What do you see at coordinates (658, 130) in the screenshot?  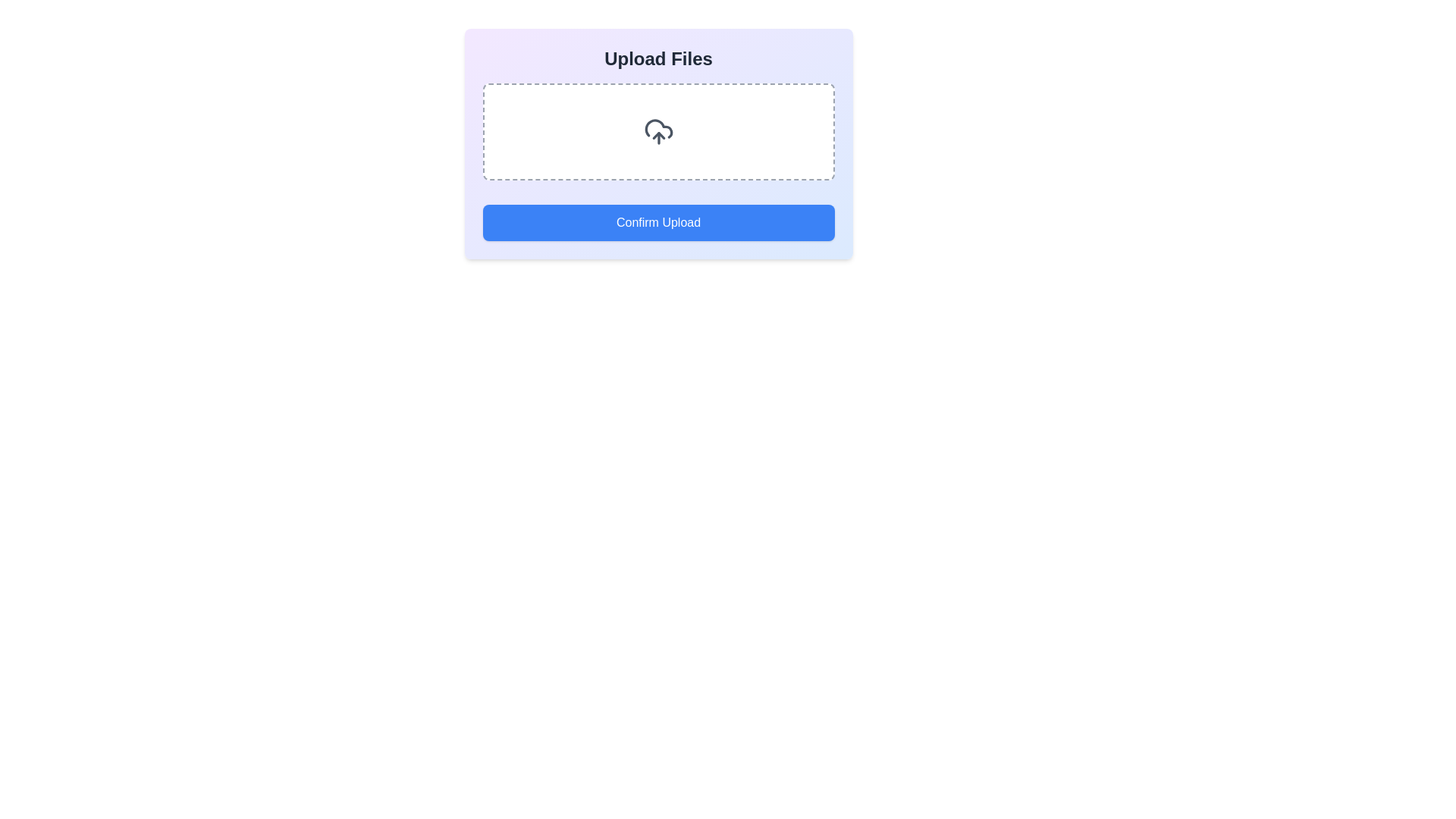 I see `a file over the file upload icon, which is visually represented by a dashed-bordered rectangle located below the 'Upload Files' text and above the 'Confirm Upload' button` at bounding box center [658, 130].